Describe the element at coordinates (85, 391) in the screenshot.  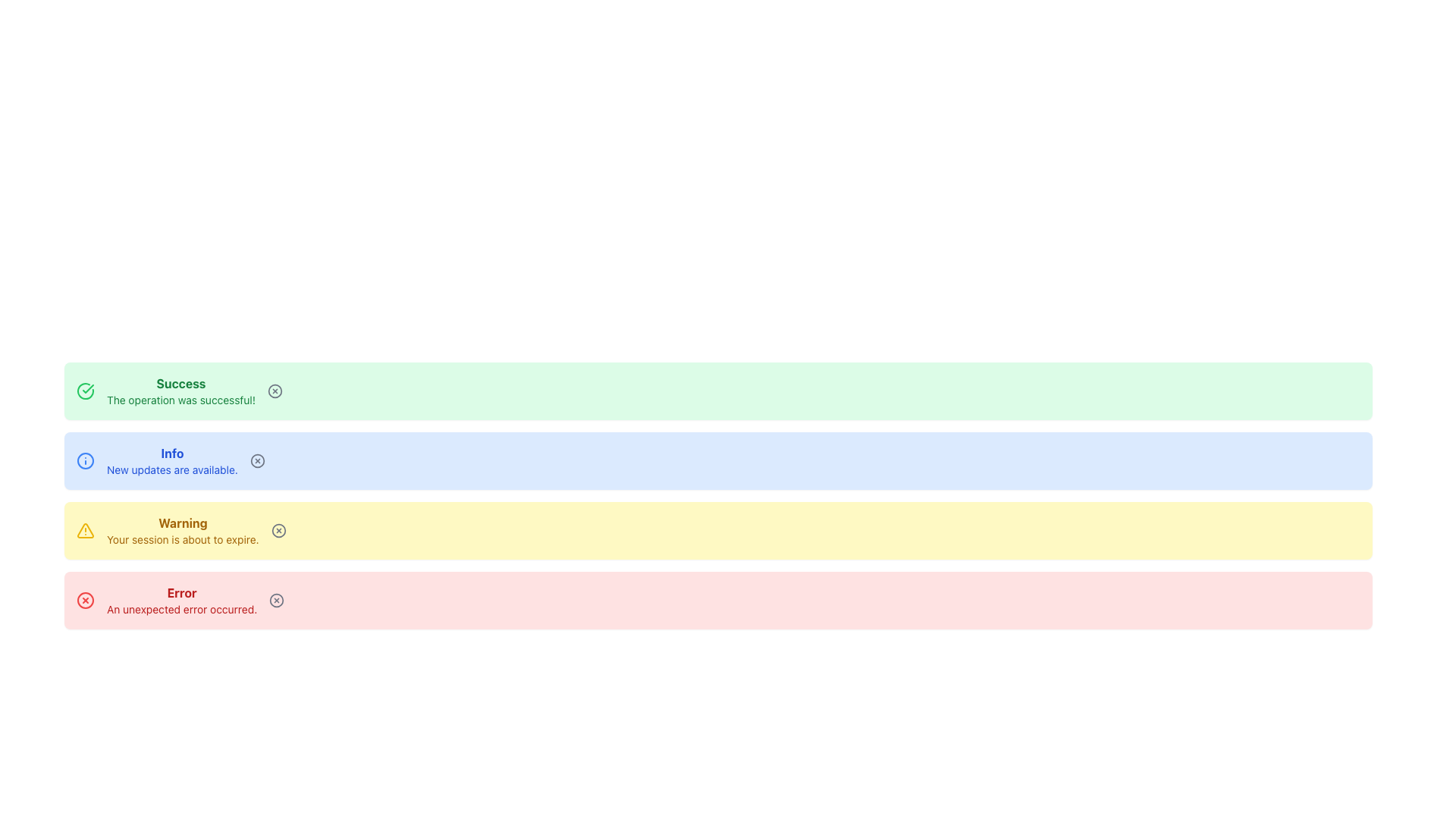
I see `the circular outline of the success icon located on the left side of the green 'Success' notification bar near the upper section of the interface` at that location.